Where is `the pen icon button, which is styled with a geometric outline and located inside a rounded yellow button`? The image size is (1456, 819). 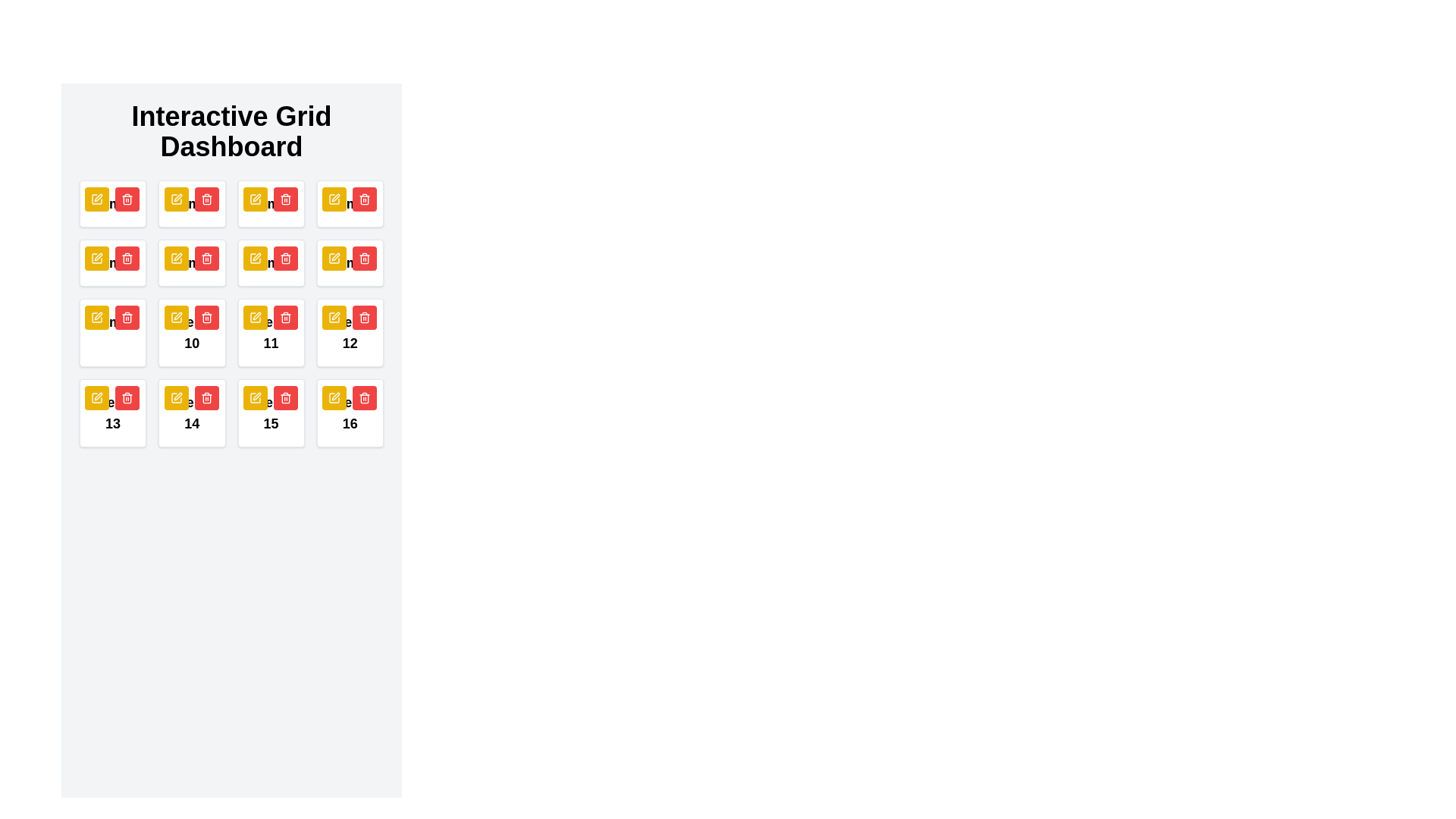 the pen icon button, which is styled with a geometric outline and located inside a rounded yellow button is located at coordinates (334, 397).